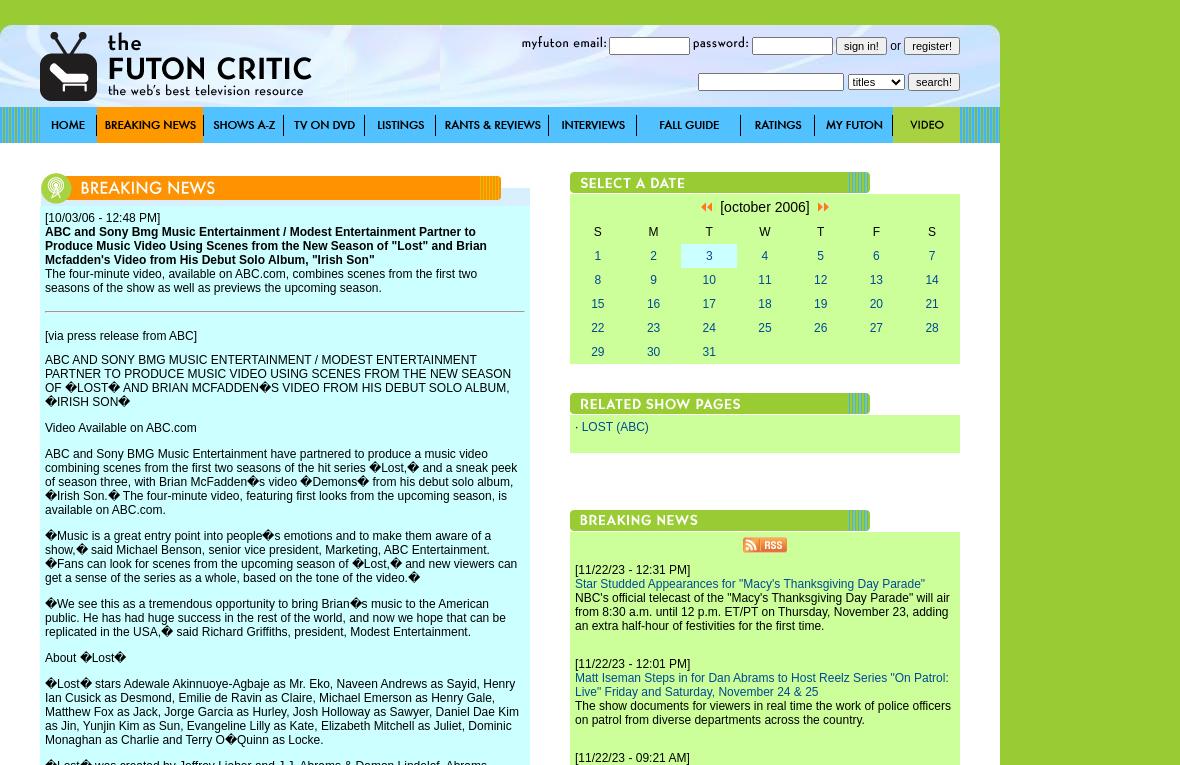  What do you see at coordinates (700, 278) in the screenshot?
I see `'10'` at bounding box center [700, 278].